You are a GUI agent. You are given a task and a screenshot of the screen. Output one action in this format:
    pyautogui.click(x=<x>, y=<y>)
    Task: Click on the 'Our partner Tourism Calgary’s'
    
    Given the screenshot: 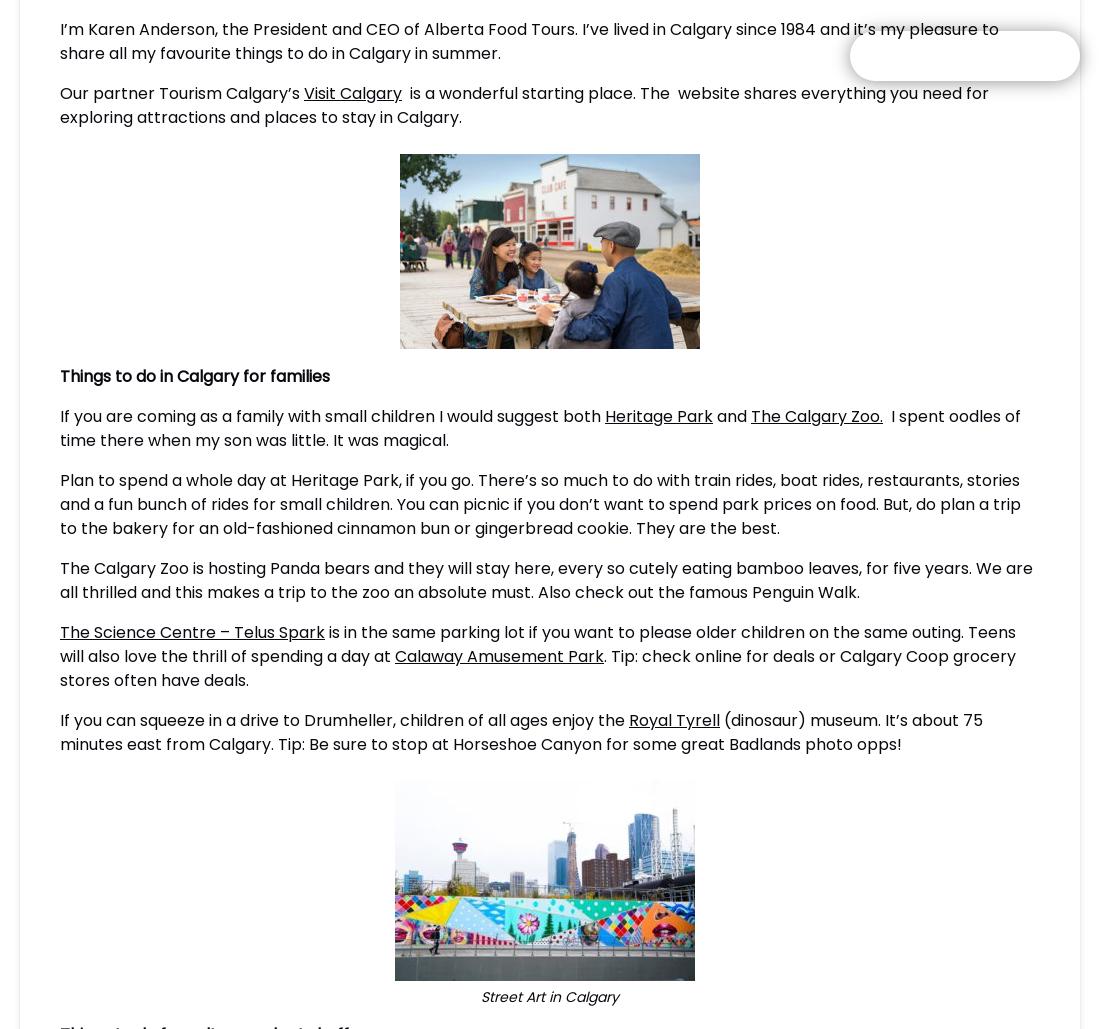 What is the action you would take?
    pyautogui.click(x=181, y=92)
    